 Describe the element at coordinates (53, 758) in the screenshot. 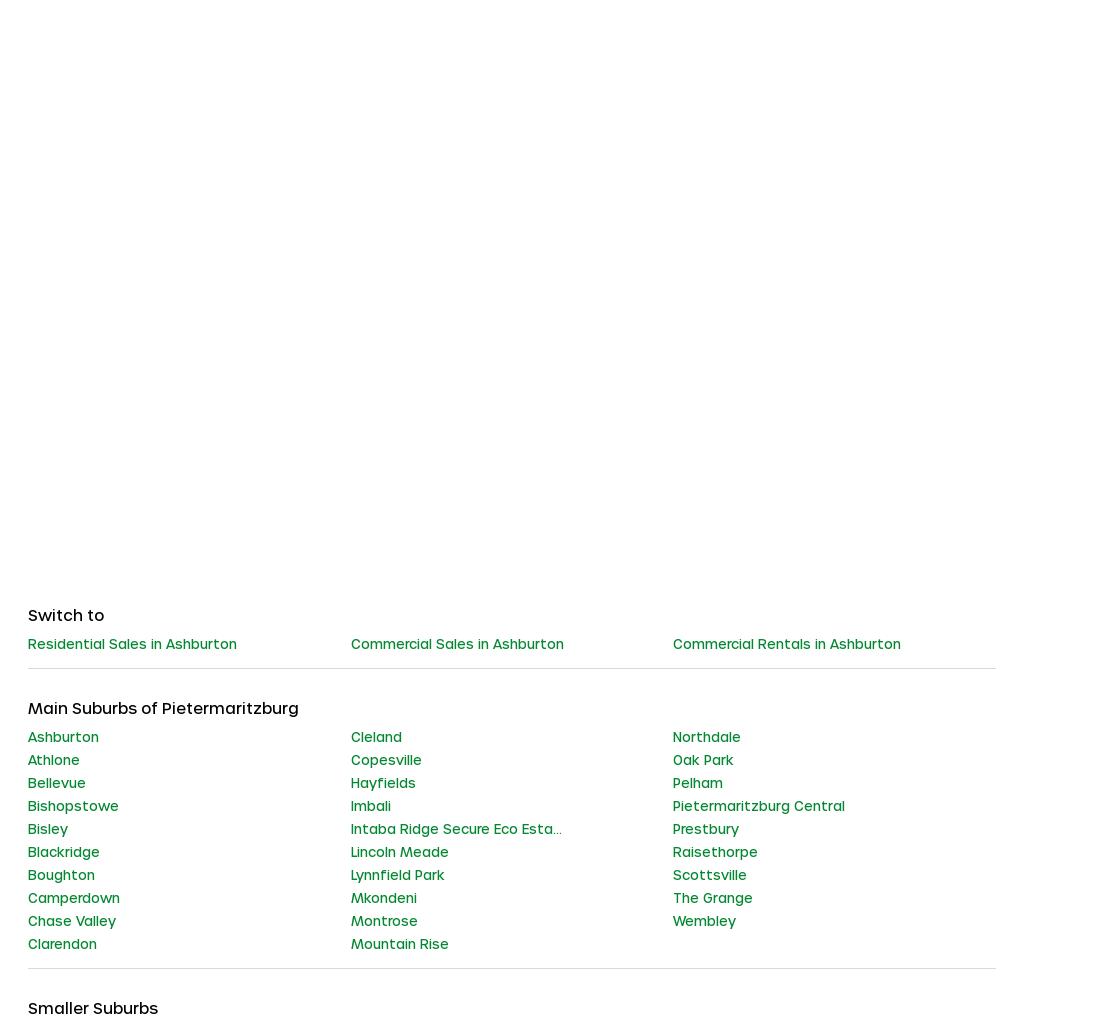

I see `'Athlone'` at that location.